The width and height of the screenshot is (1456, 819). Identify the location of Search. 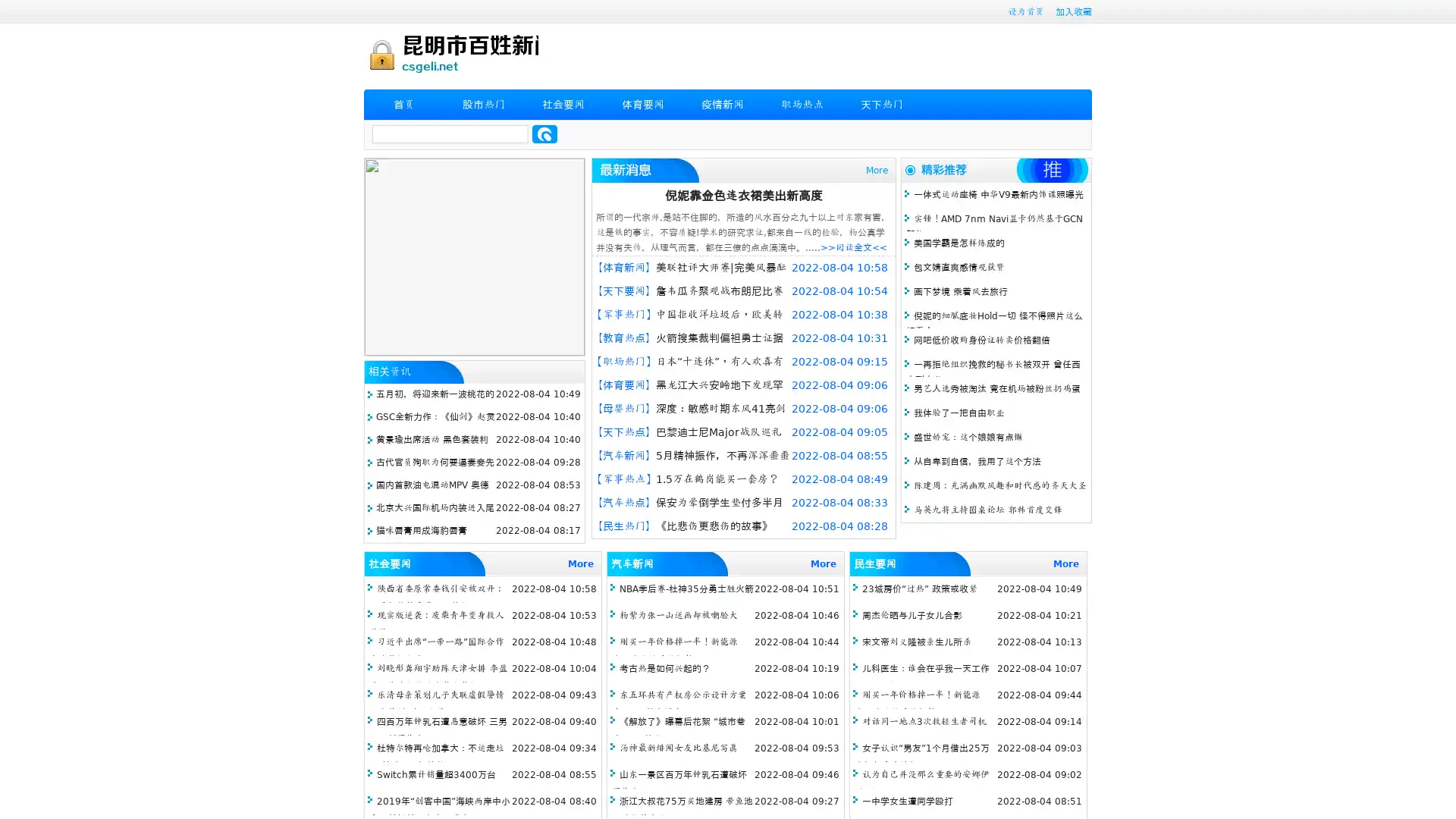
(544, 133).